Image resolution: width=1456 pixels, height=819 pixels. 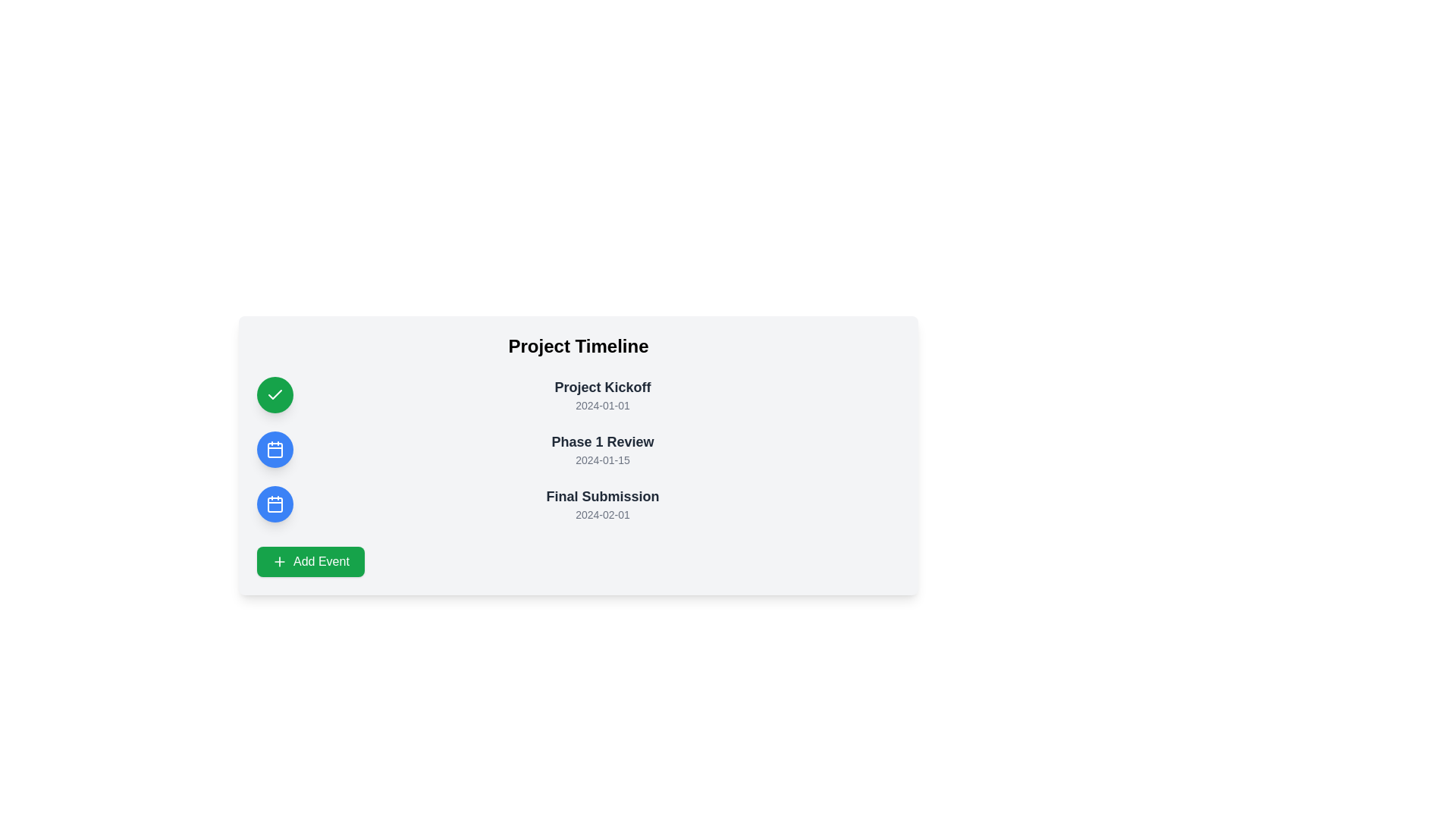 What do you see at coordinates (578, 394) in the screenshot?
I see `event details of the first List Item in the Project Timeline, which is located directly below the title 'Project Timeline' and above 'Phase 1 Review'` at bounding box center [578, 394].